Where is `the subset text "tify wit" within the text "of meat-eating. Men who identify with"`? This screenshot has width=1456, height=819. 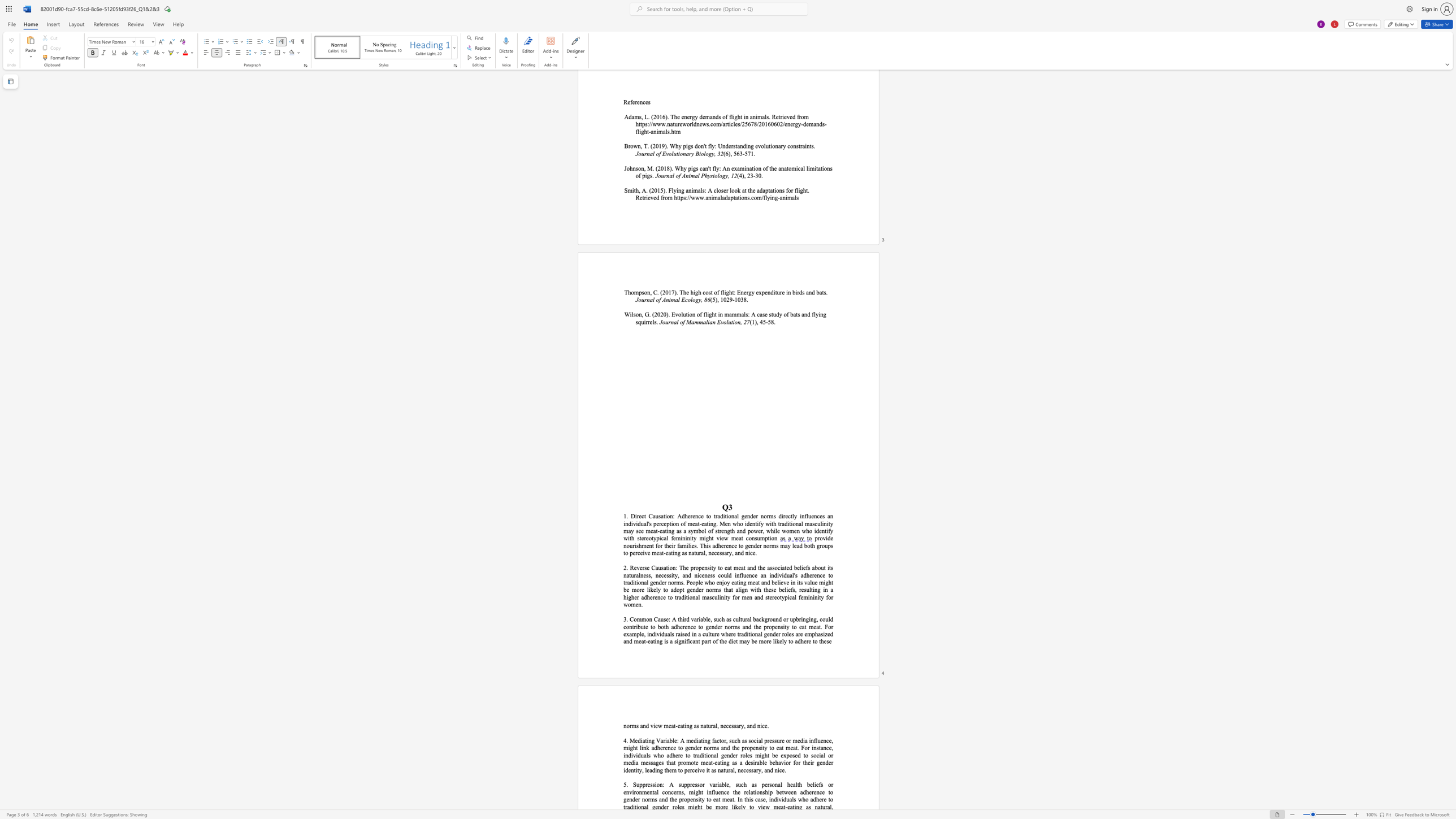 the subset text "tify wit" within the text "of meat-eating. Men who identify with" is located at coordinates (755, 523).